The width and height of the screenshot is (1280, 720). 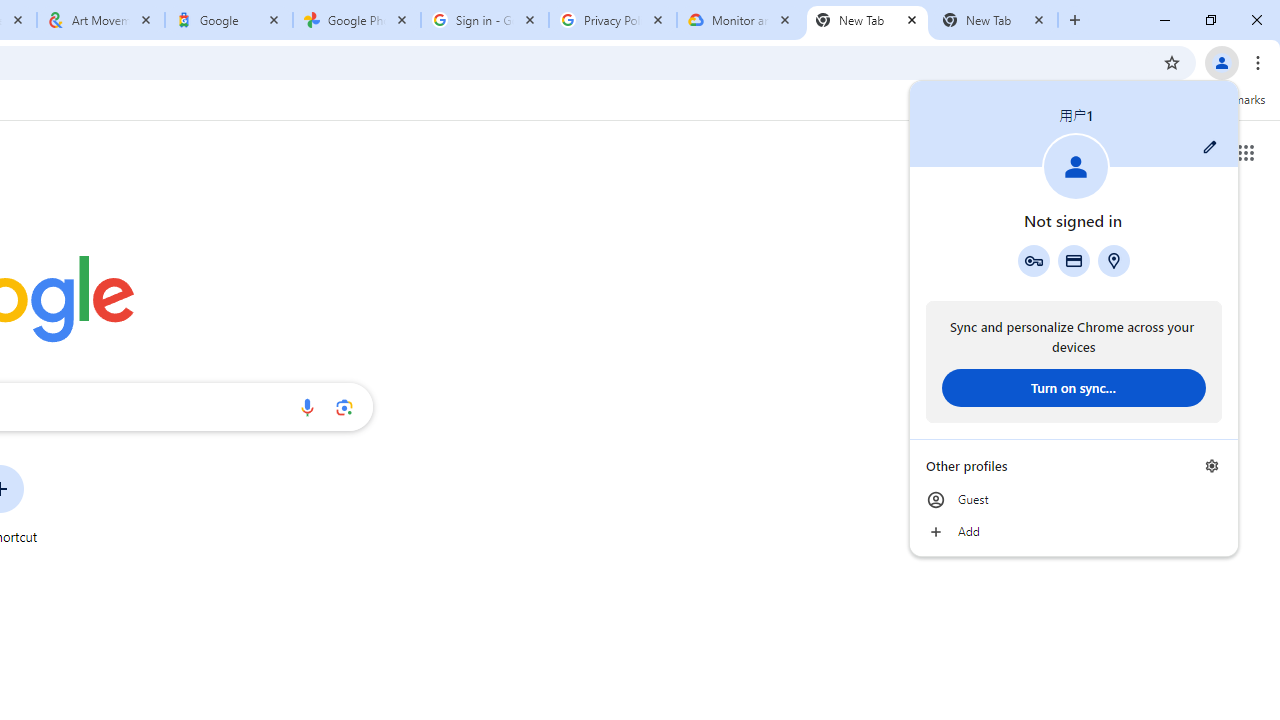 I want to click on 'Addresses and more', so click(x=1113, y=260).